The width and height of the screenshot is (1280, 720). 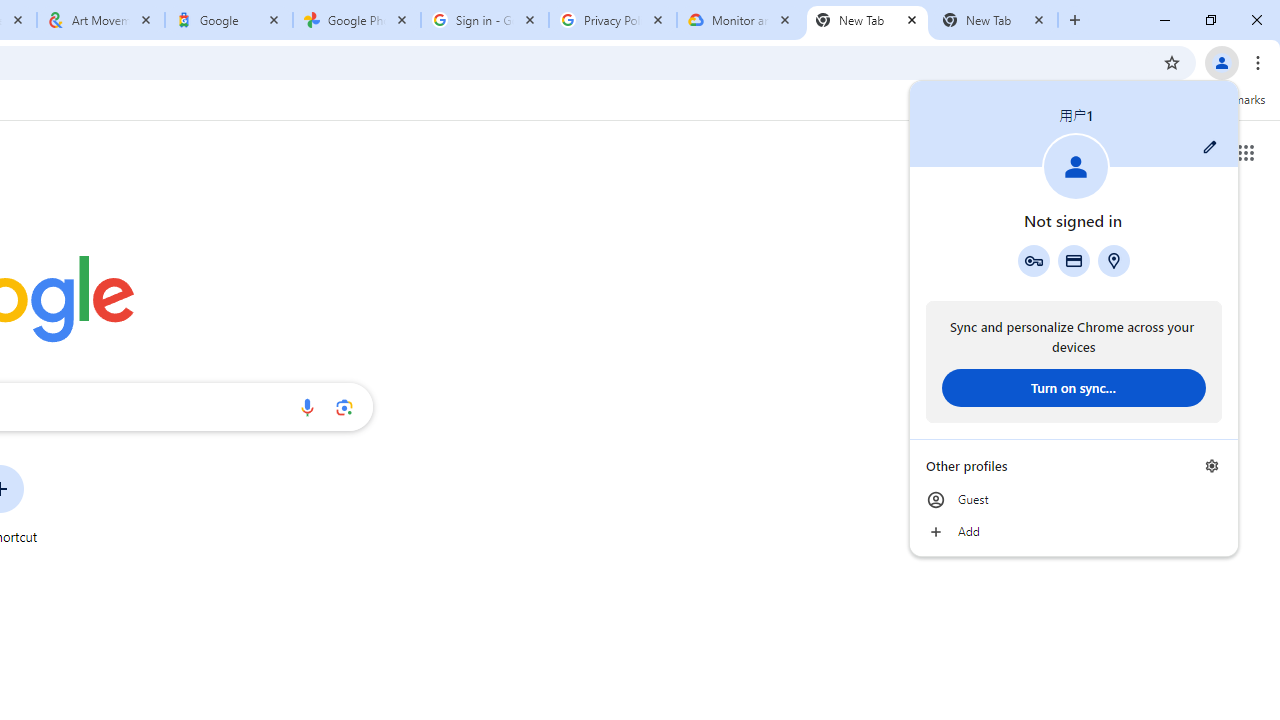 I want to click on 'Addresses and more', so click(x=1113, y=260).